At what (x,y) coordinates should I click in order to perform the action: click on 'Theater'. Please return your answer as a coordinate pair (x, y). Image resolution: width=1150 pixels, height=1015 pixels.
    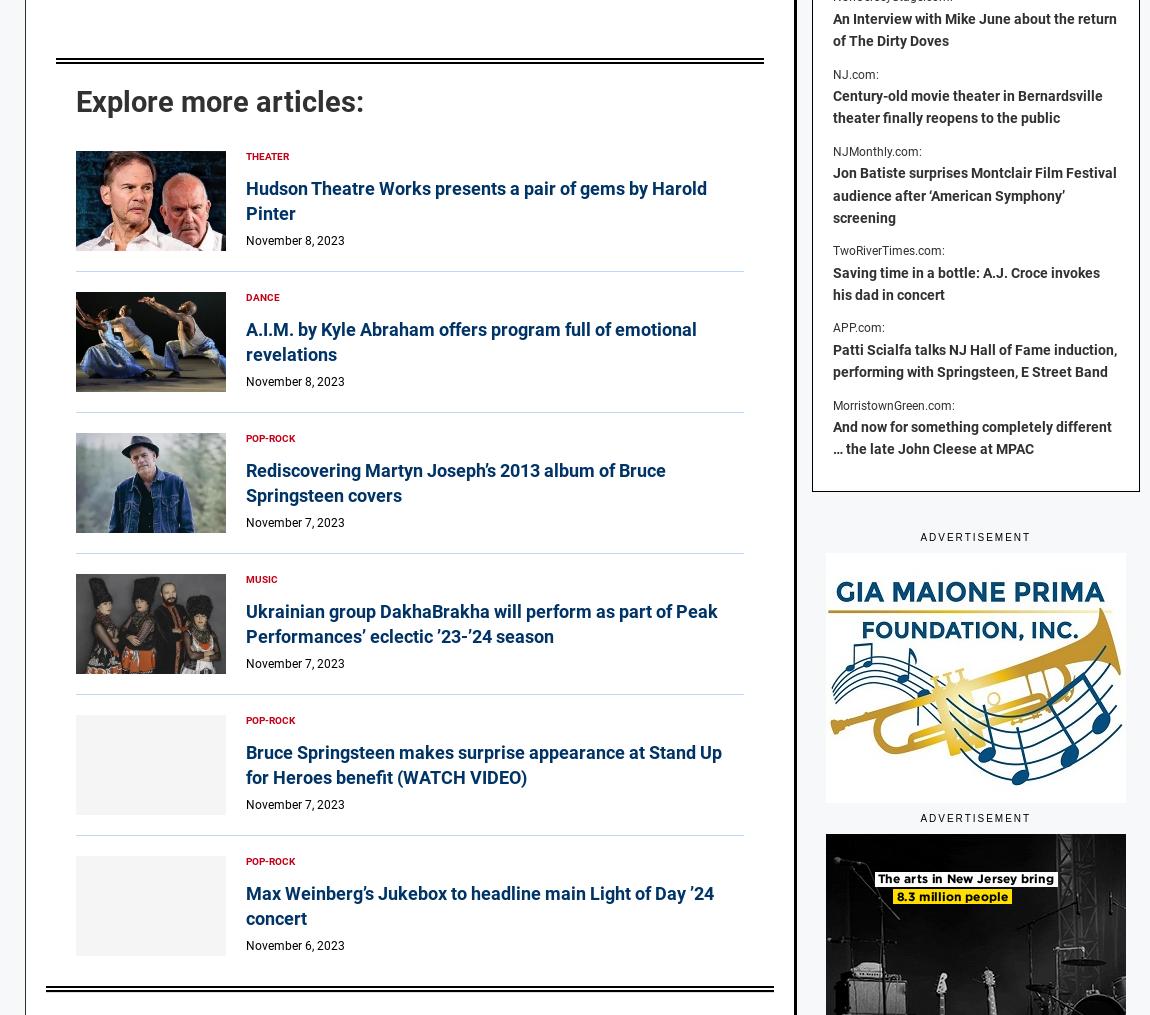
    Looking at the image, I should click on (266, 154).